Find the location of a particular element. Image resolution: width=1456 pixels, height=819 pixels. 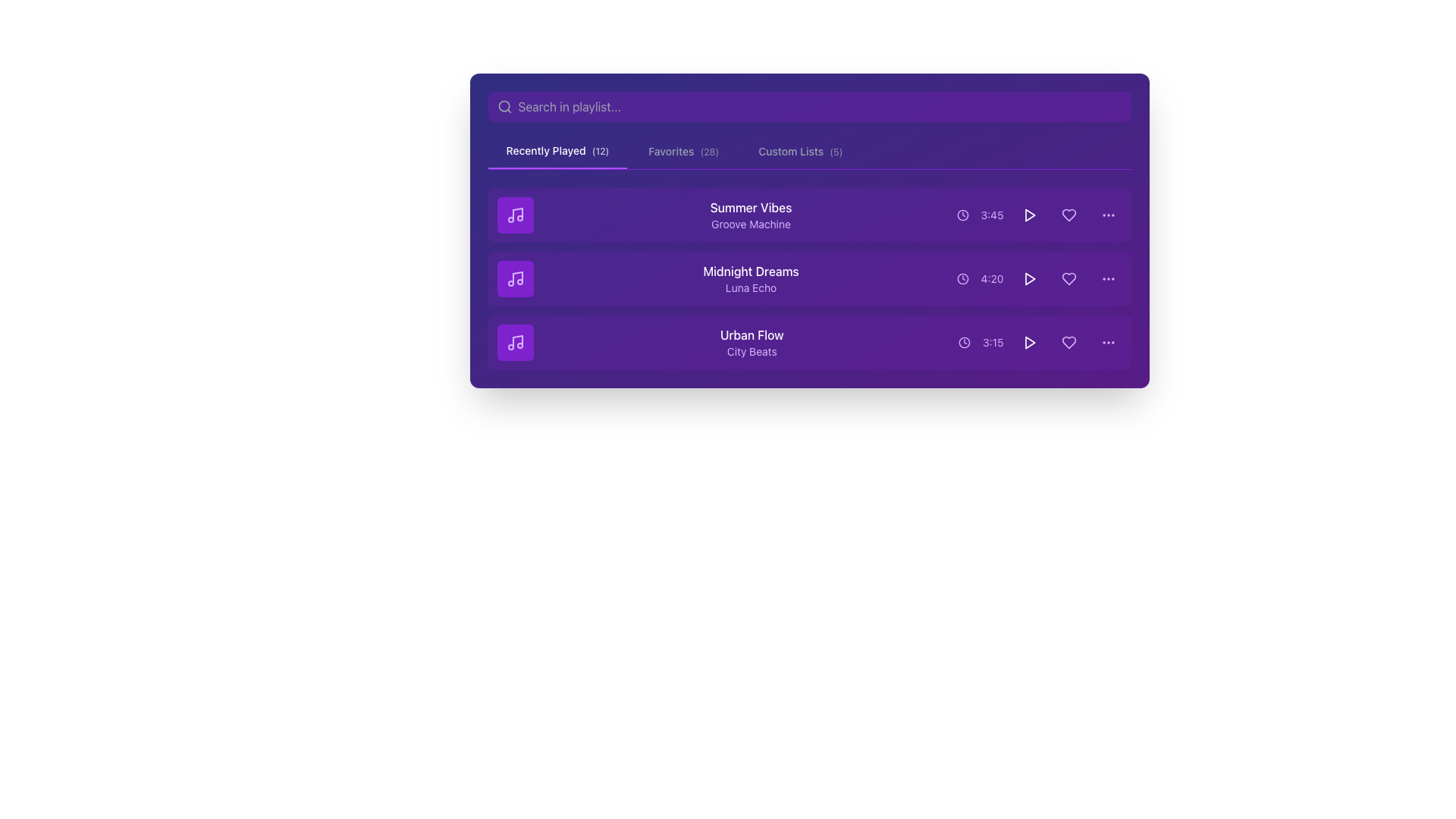

the play button in the 'Urban Flow' row under 'Recently Played' is located at coordinates (1029, 342).